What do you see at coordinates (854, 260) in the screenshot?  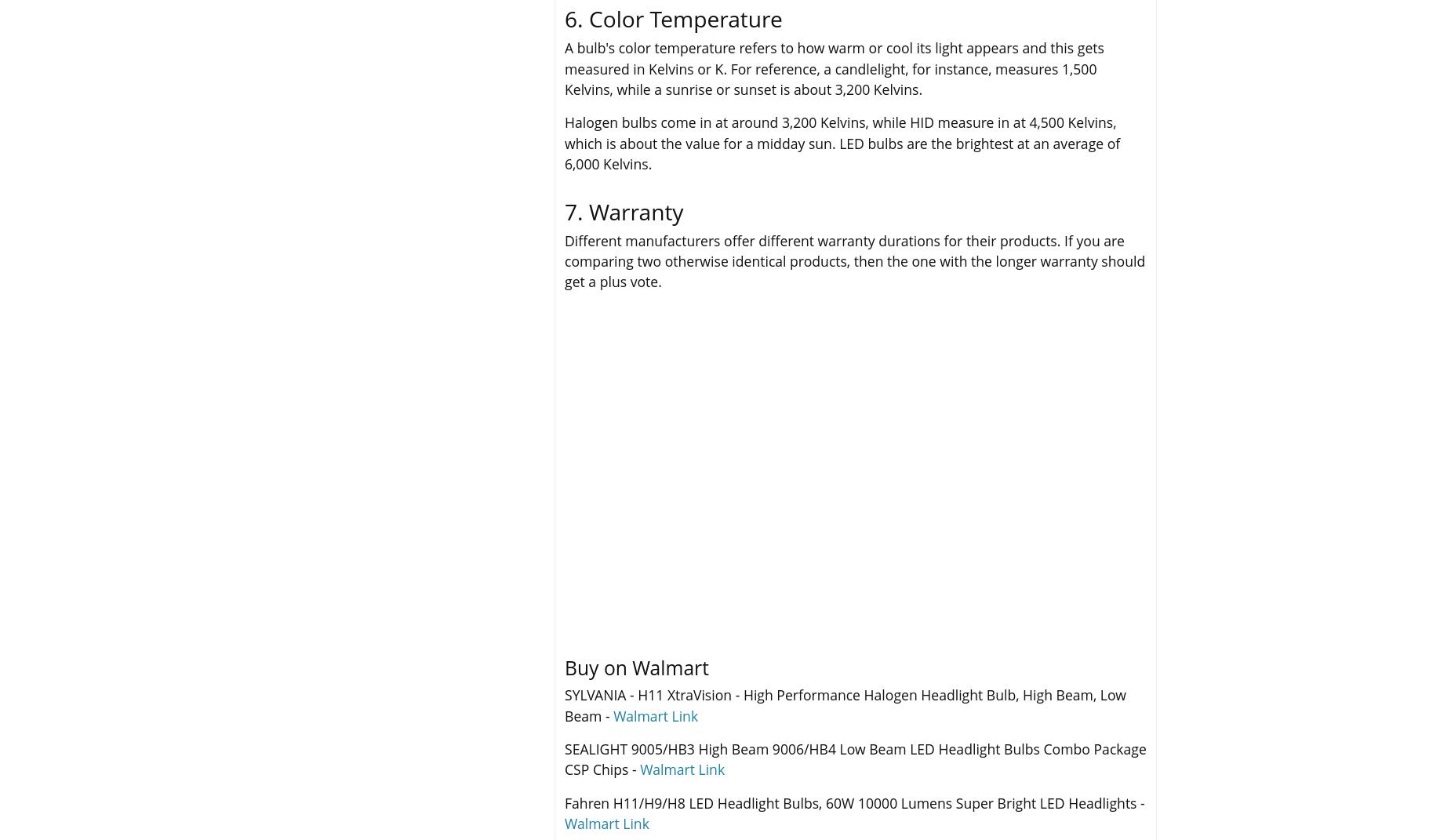 I see `'Different manufacturers offer different warranty durations for their products. If you are comparing two otherwise identical products, then the one with the longer warranty should get a plus vote.'` at bounding box center [854, 260].